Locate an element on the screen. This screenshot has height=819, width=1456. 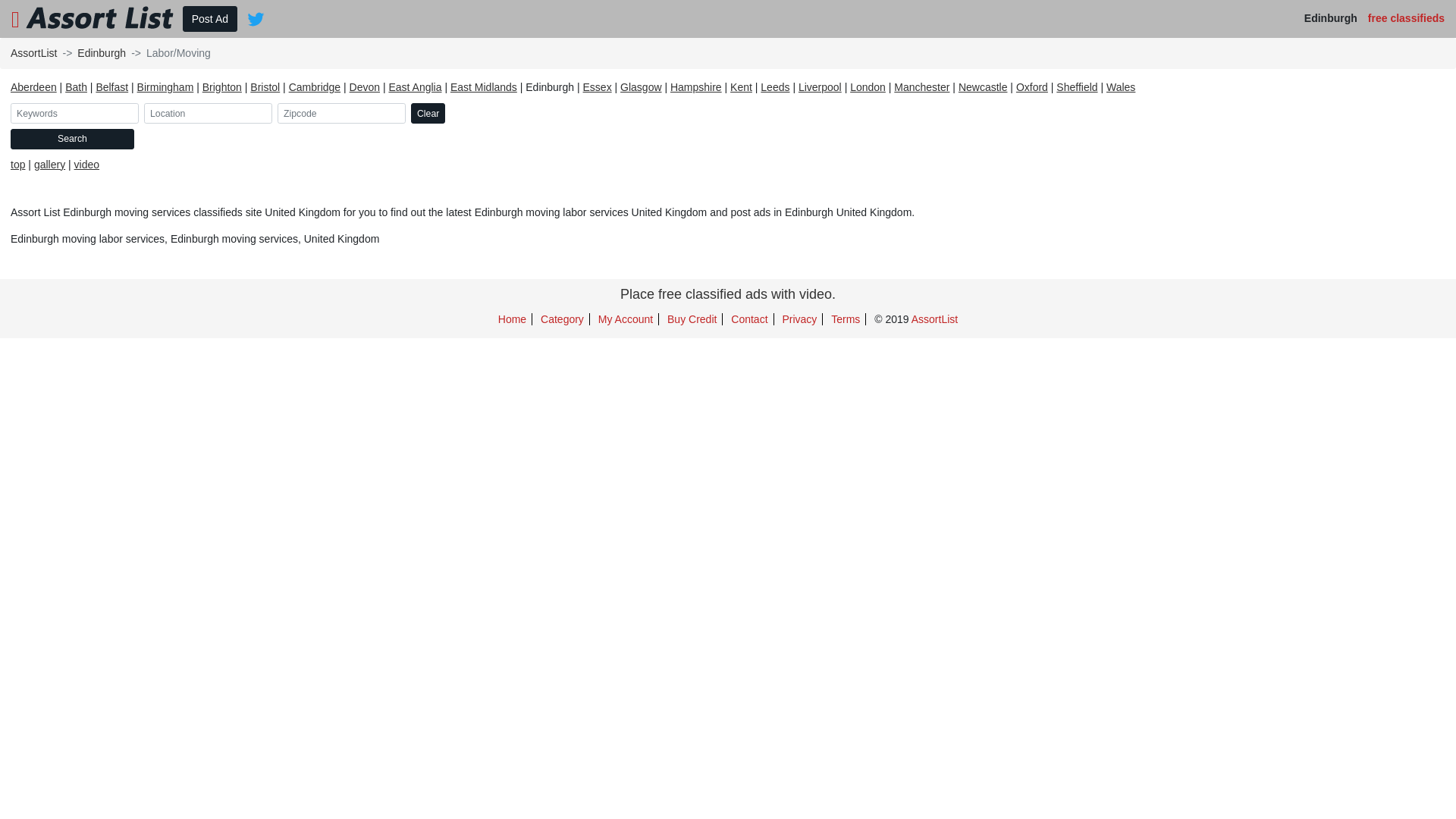
'Terms' is located at coordinates (830, 318).